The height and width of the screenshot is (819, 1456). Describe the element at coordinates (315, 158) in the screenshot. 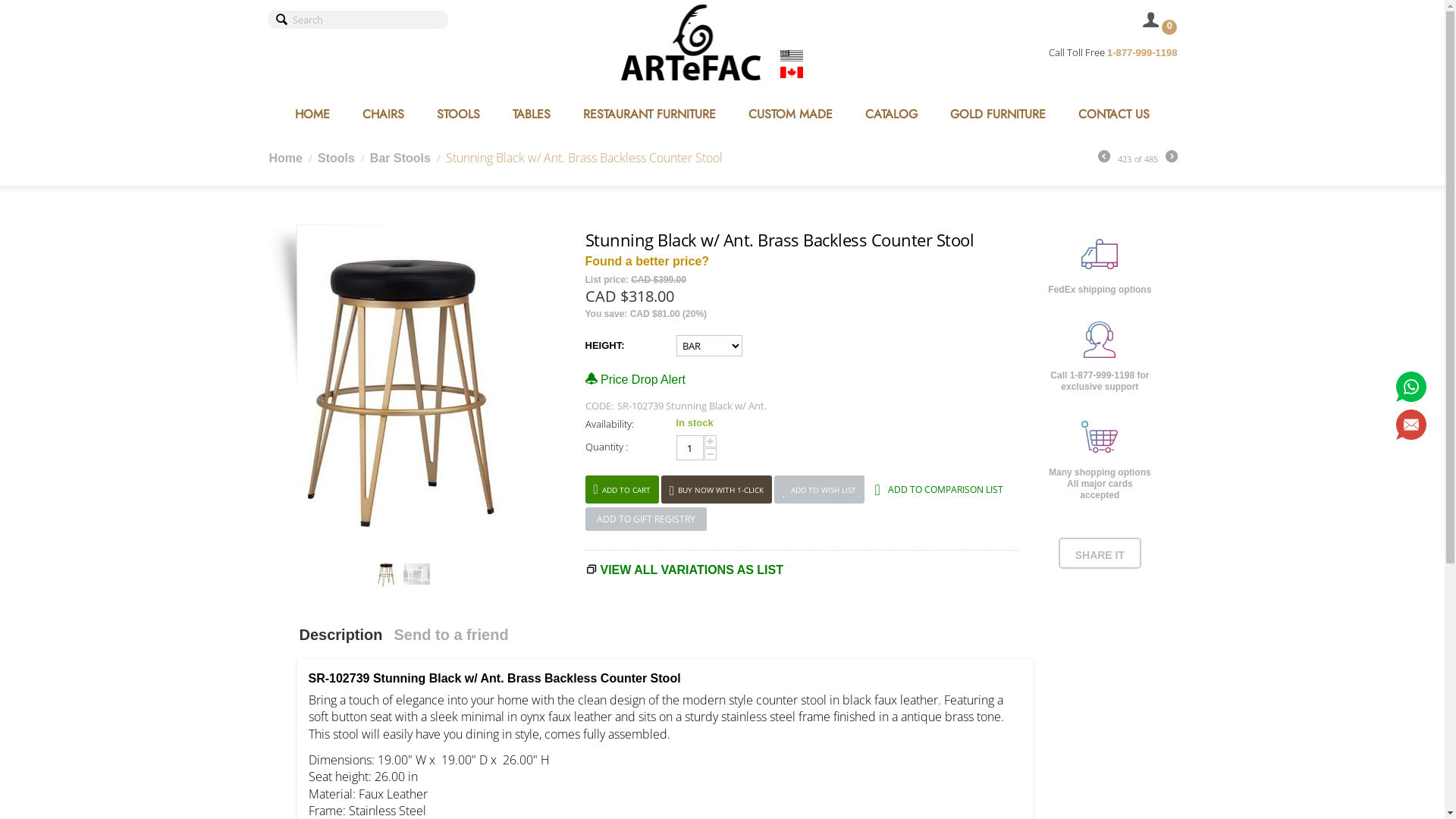

I see `'Stools'` at that location.